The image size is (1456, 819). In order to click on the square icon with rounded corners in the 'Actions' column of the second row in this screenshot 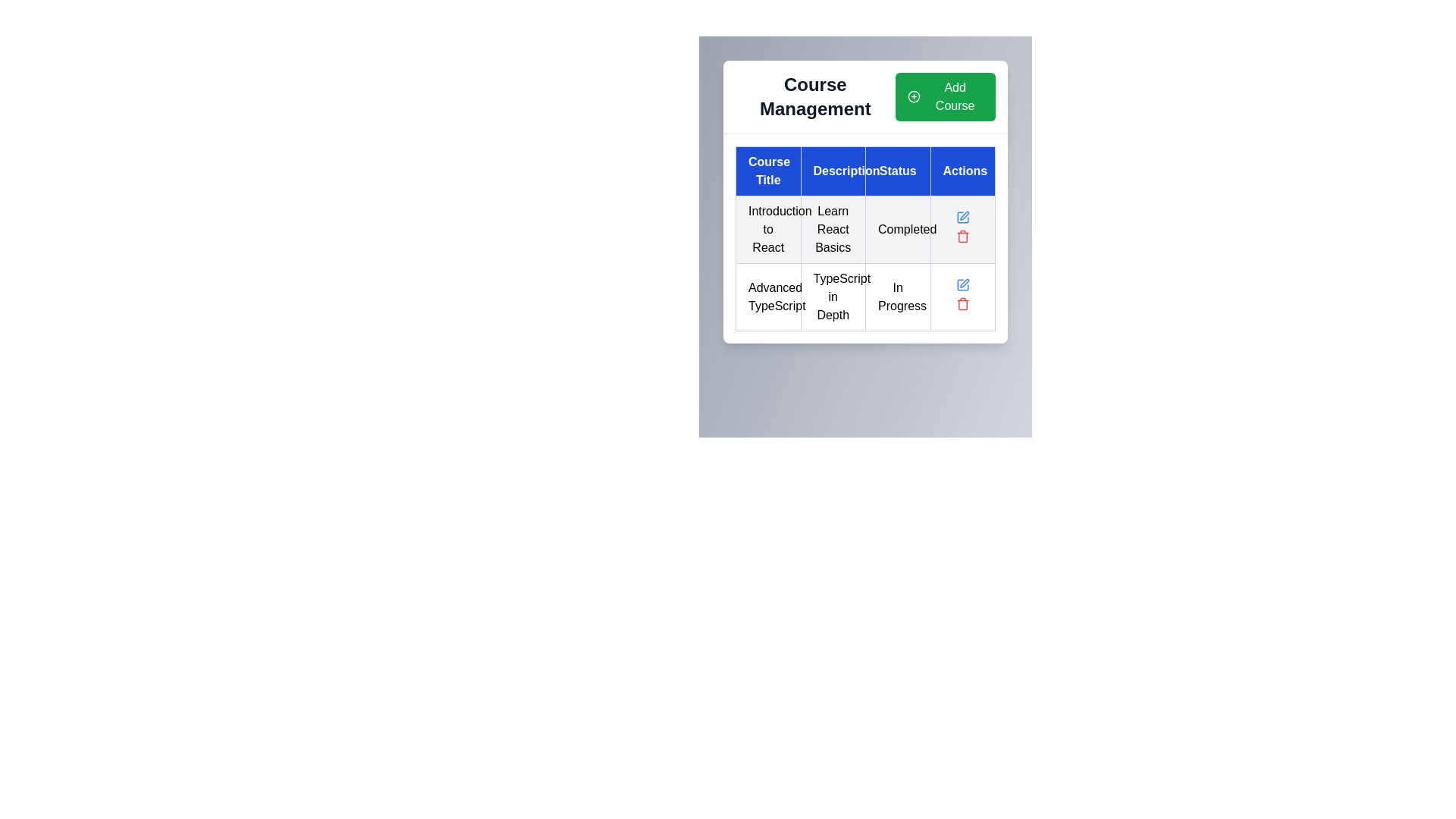, I will do `click(962, 217)`.